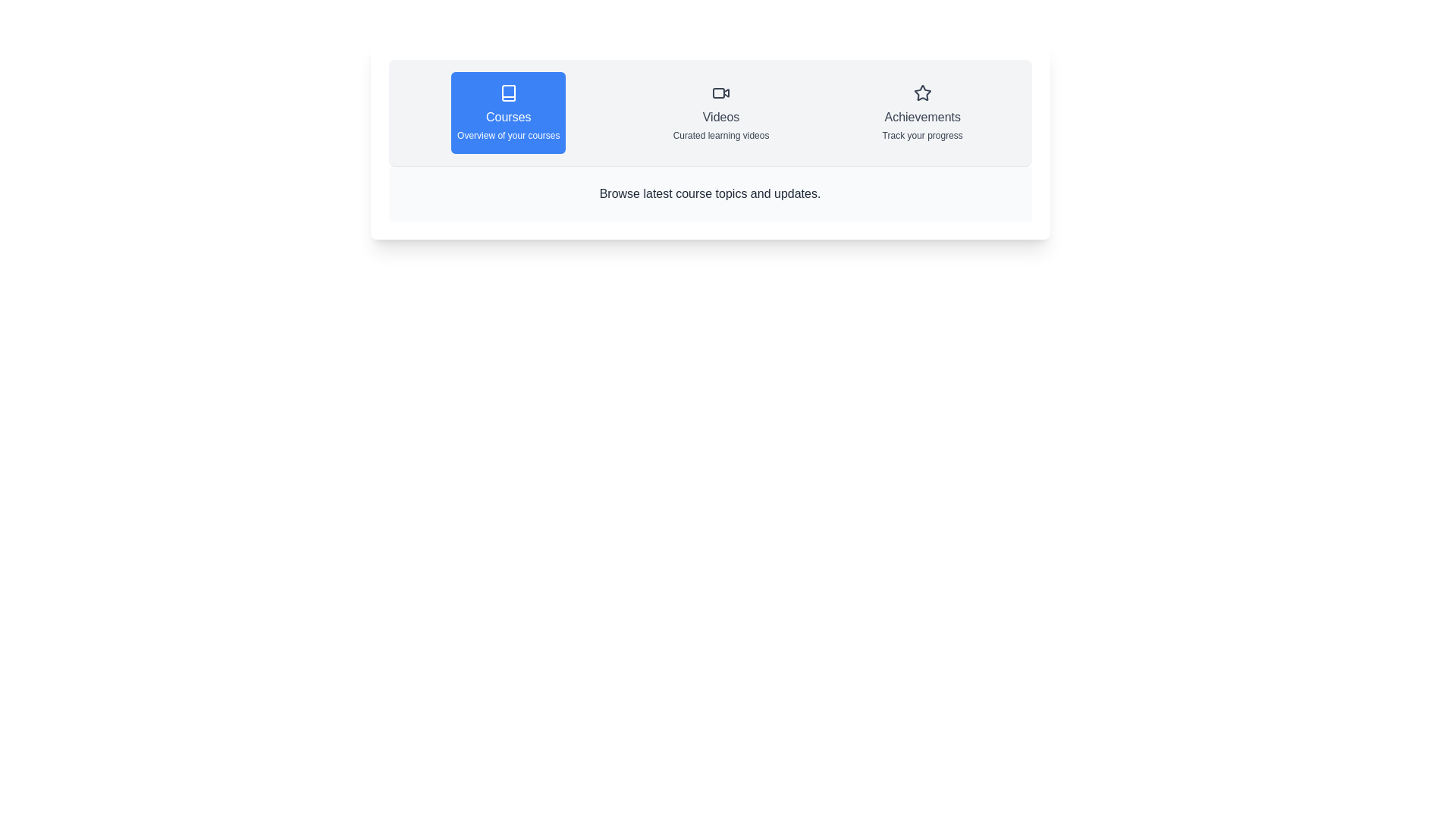 The image size is (1456, 819). What do you see at coordinates (720, 112) in the screenshot?
I see `the Videos tab by clicking on its corresponding element` at bounding box center [720, 112].